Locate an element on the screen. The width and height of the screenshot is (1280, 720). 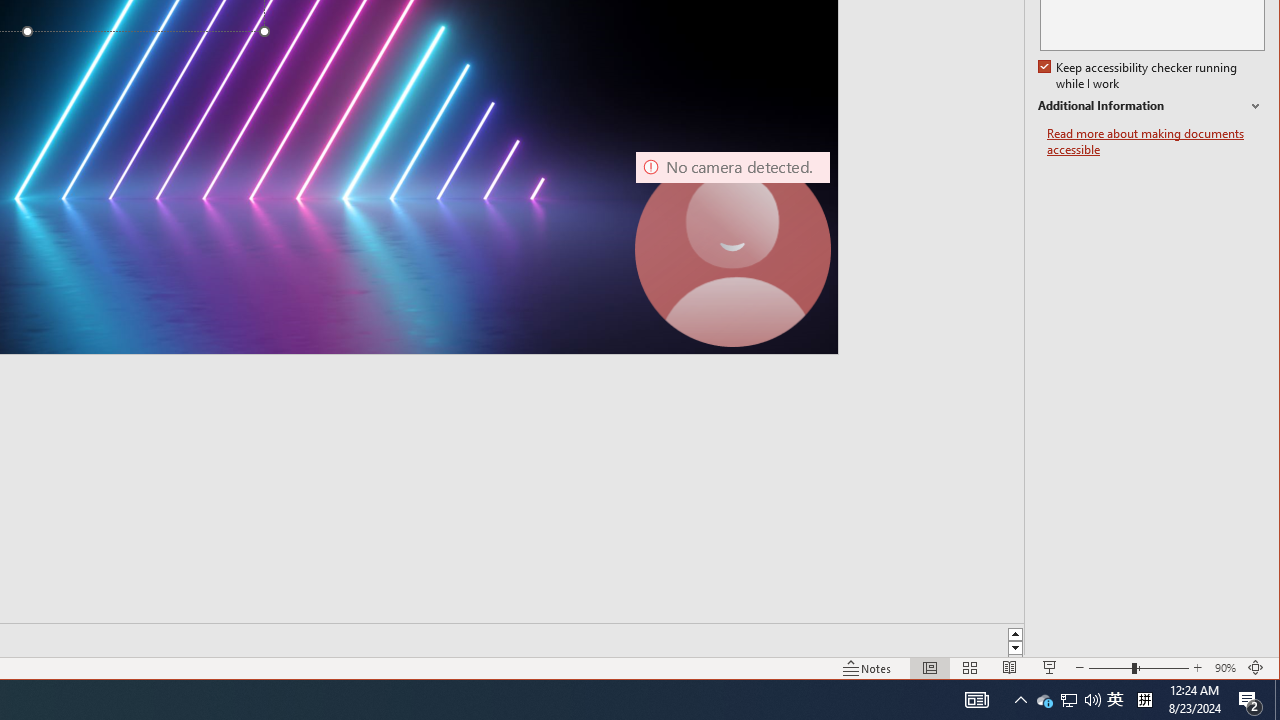
'Normal' is located at coordinates (928, 668).